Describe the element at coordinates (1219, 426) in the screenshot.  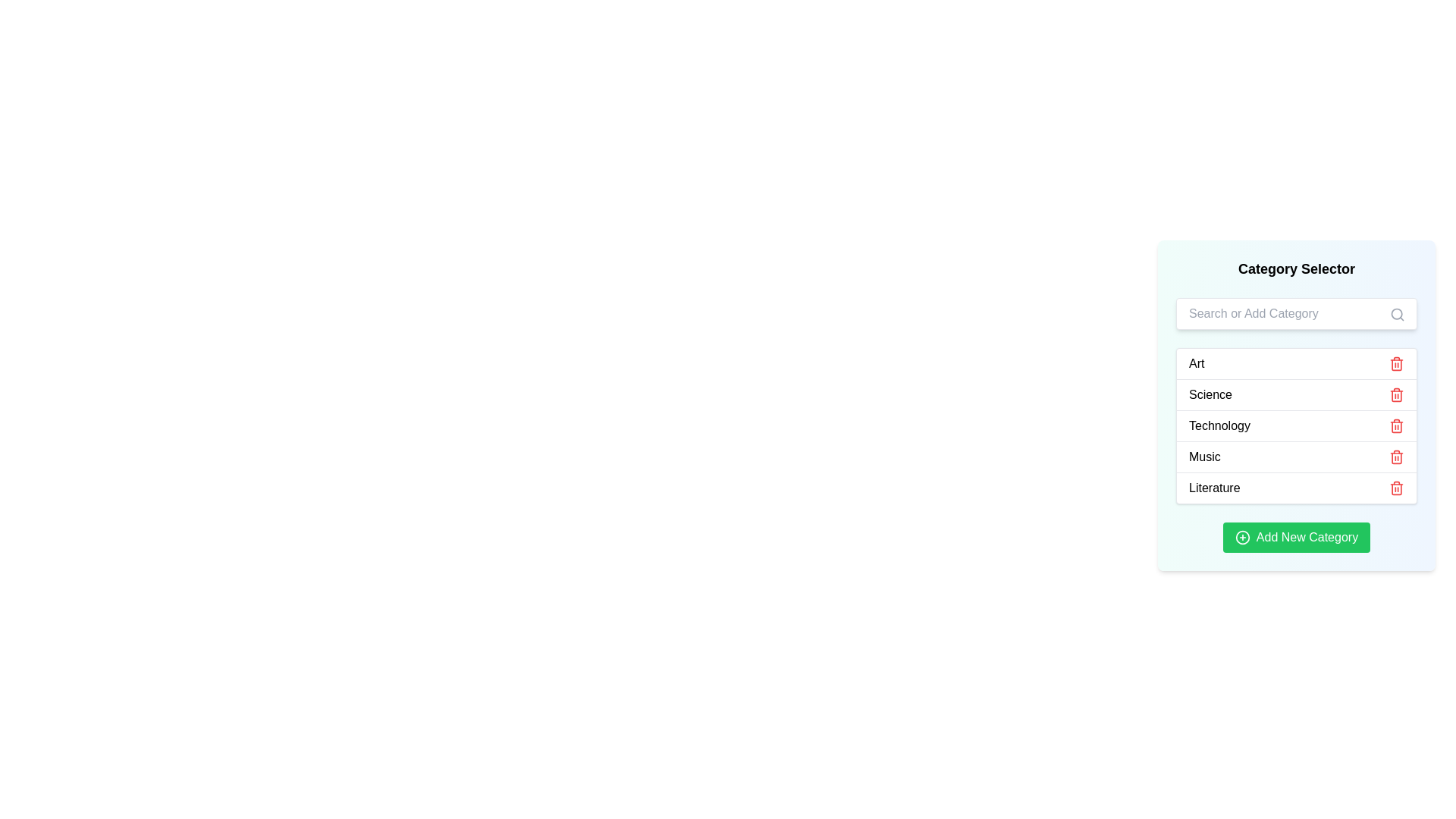
I see `the 'Technology' text label in the 'Category Selector' panel` at that location.